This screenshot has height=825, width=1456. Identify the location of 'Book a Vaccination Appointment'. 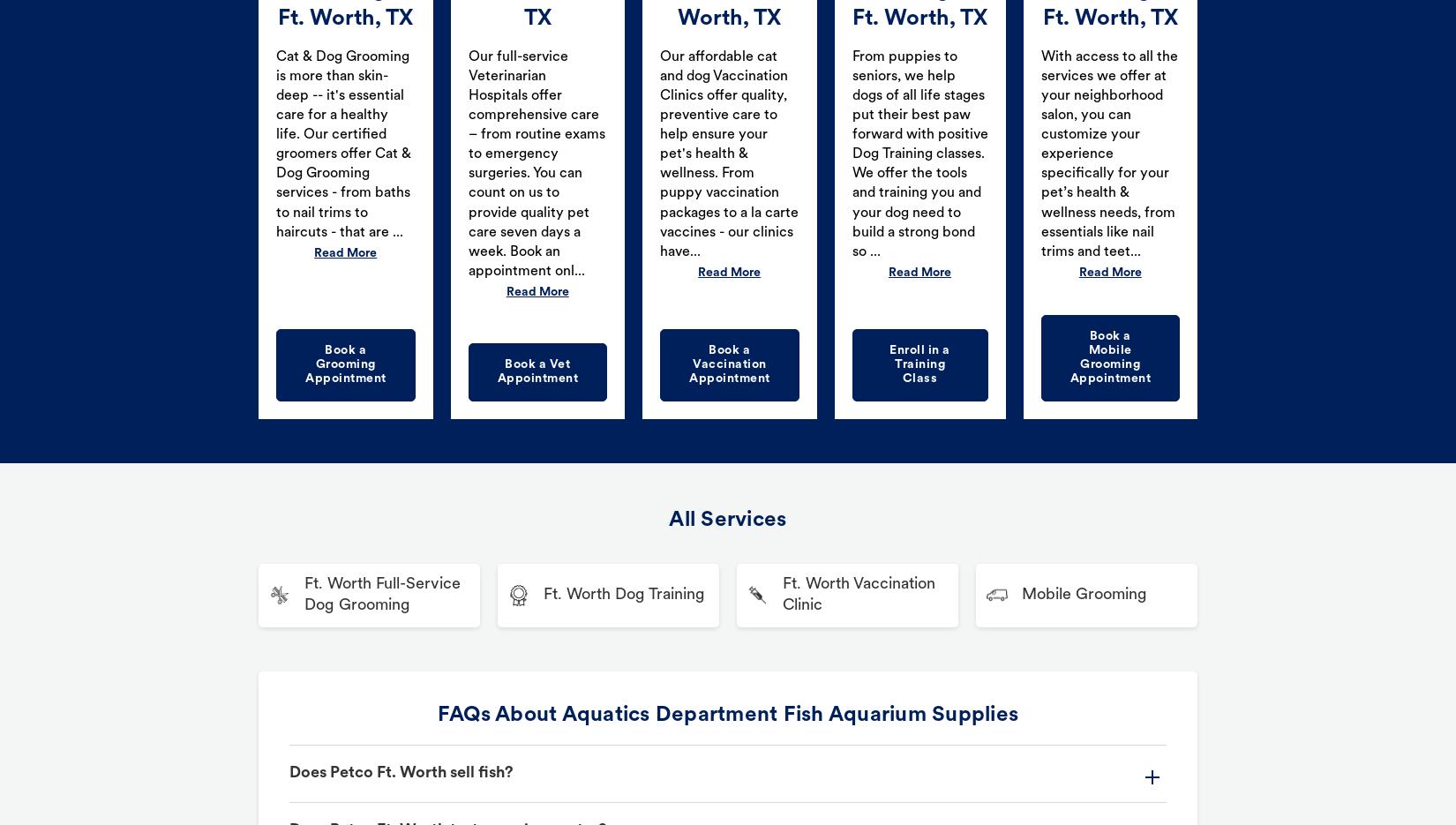
(729, 364).